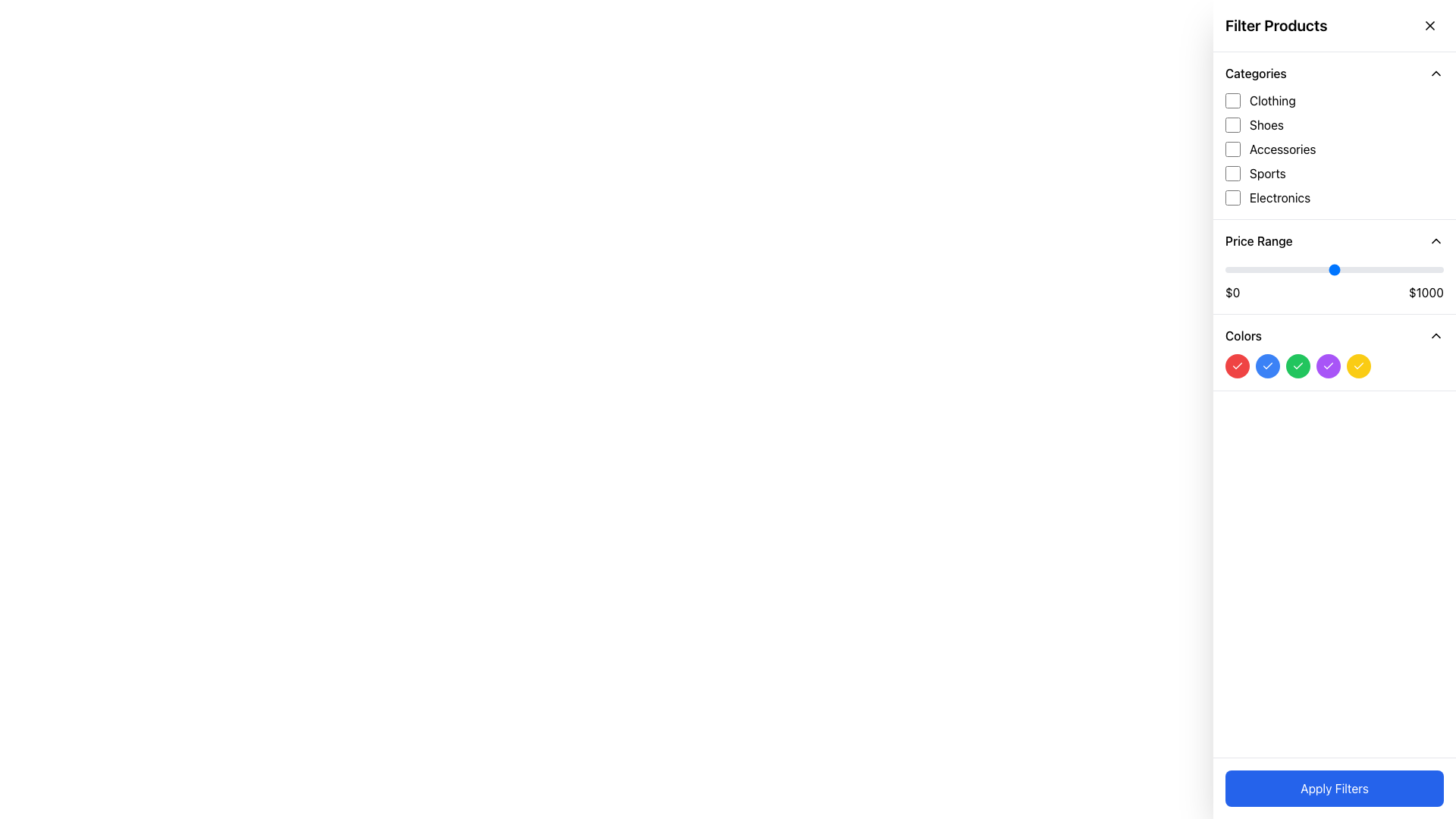 The width and height of the screenshot is (1456, 819). I want to click on the small circular button with a black 'X' icon located in the upper-right corner of the header section titled 'Filter Products.', so click(1429, 26).